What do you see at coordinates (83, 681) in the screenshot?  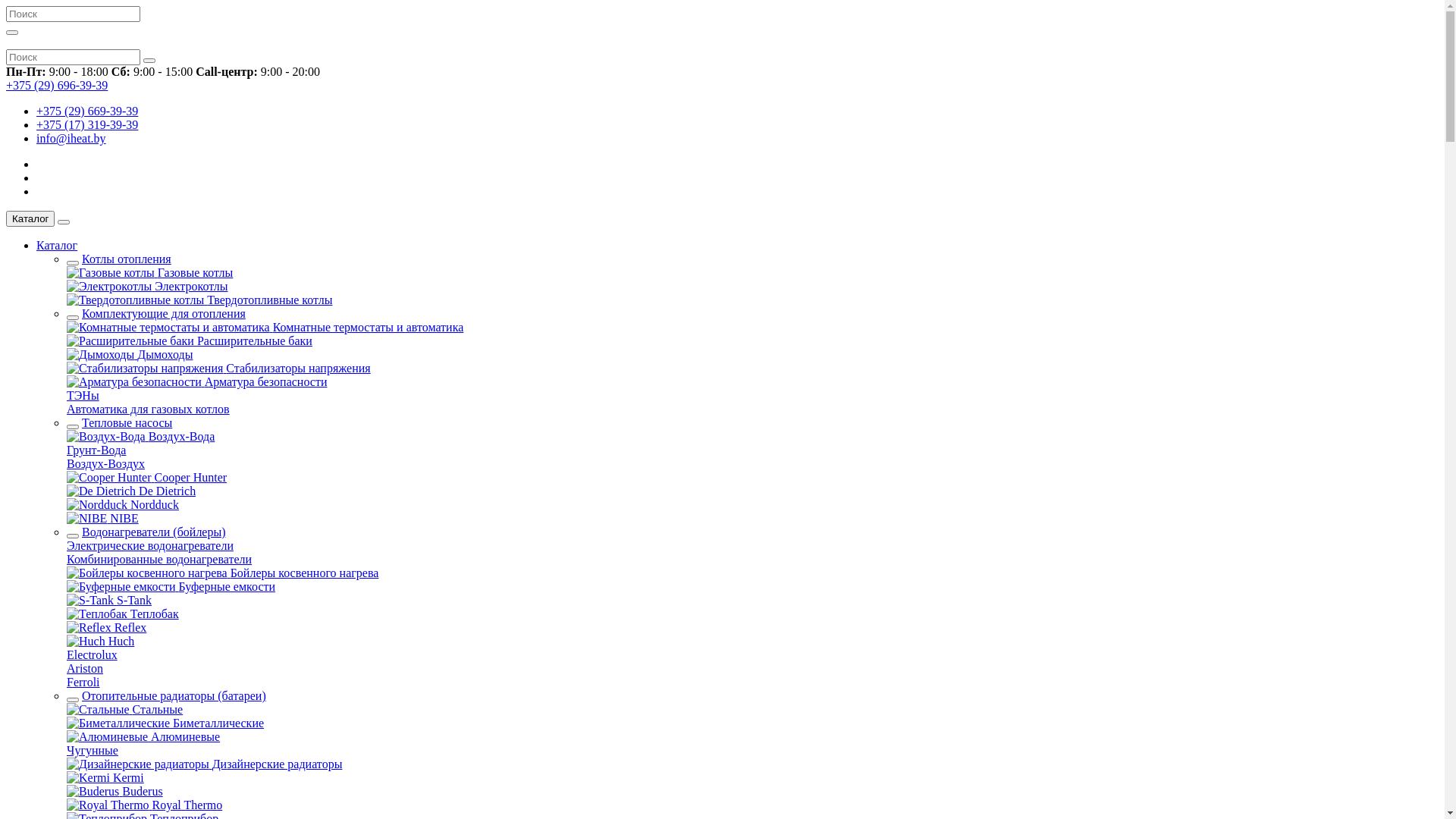 I see `'Ferroli'` at bounding box center [83, 681].